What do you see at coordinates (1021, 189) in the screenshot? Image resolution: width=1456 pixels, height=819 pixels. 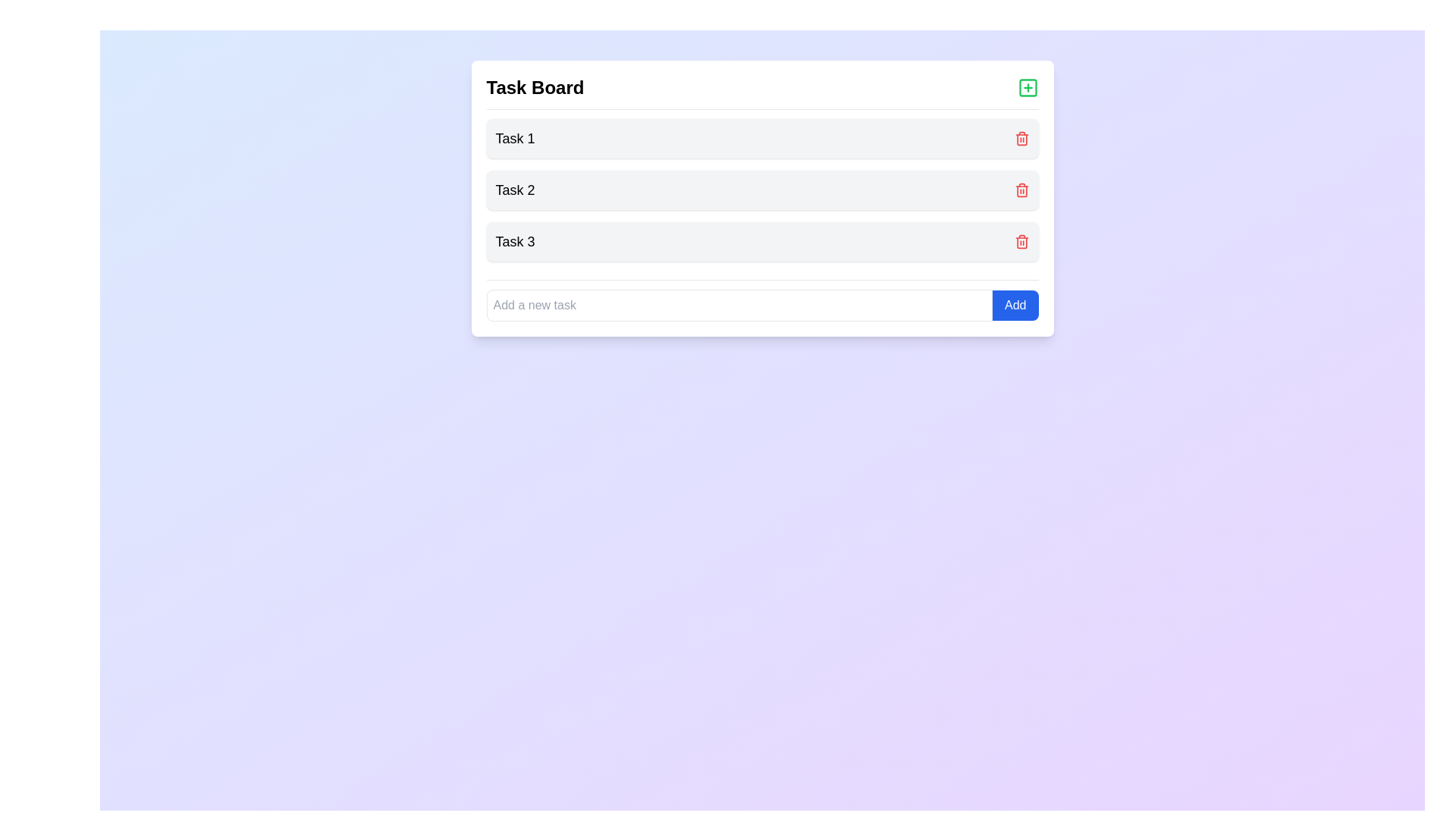 I see `the delete button icon for 'Task 2' to observe a visual style change` at bounding box center [1021, 189].